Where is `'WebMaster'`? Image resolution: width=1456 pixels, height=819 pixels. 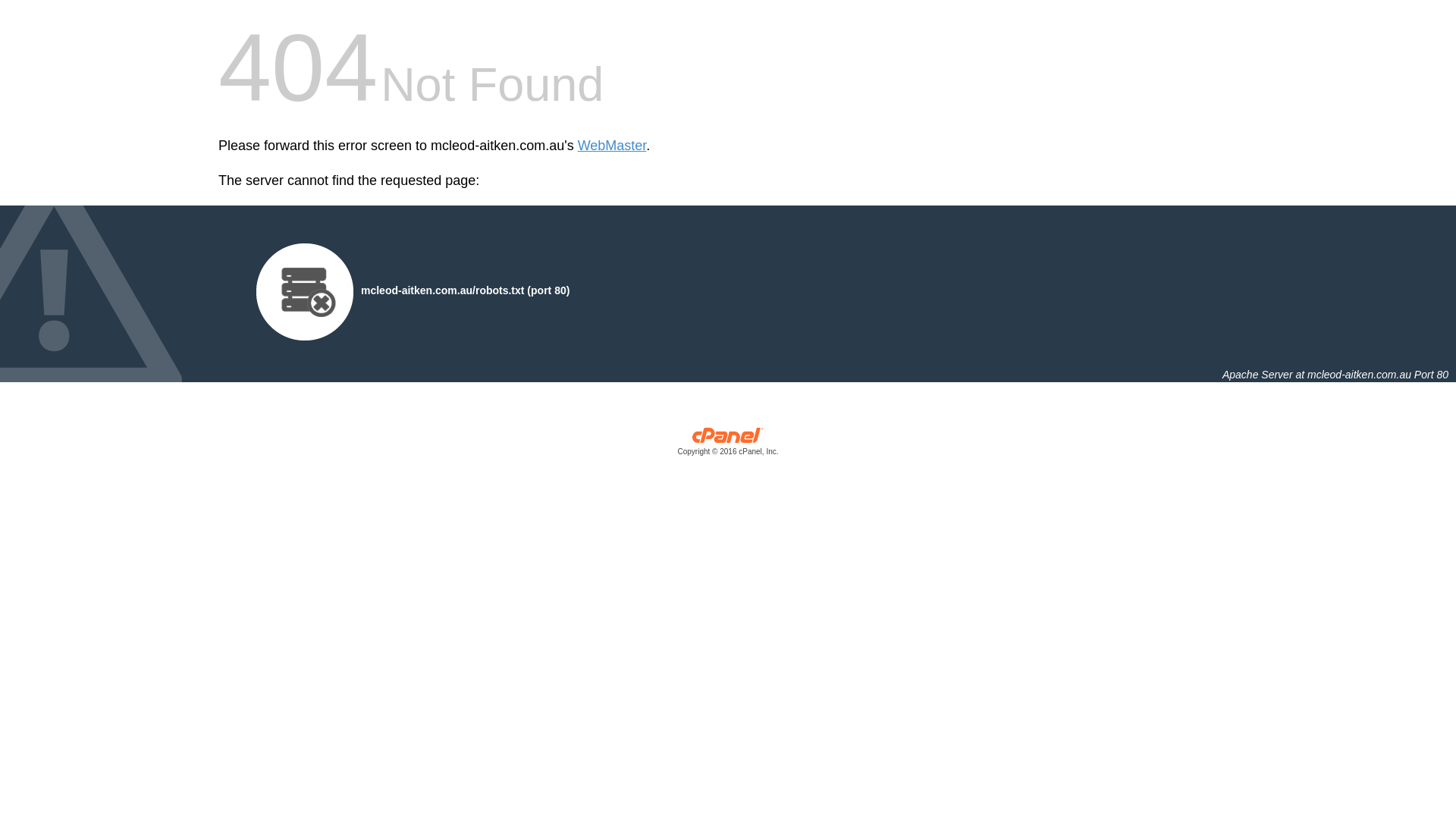 'WebMaster' is located at coordinates (612, 146).